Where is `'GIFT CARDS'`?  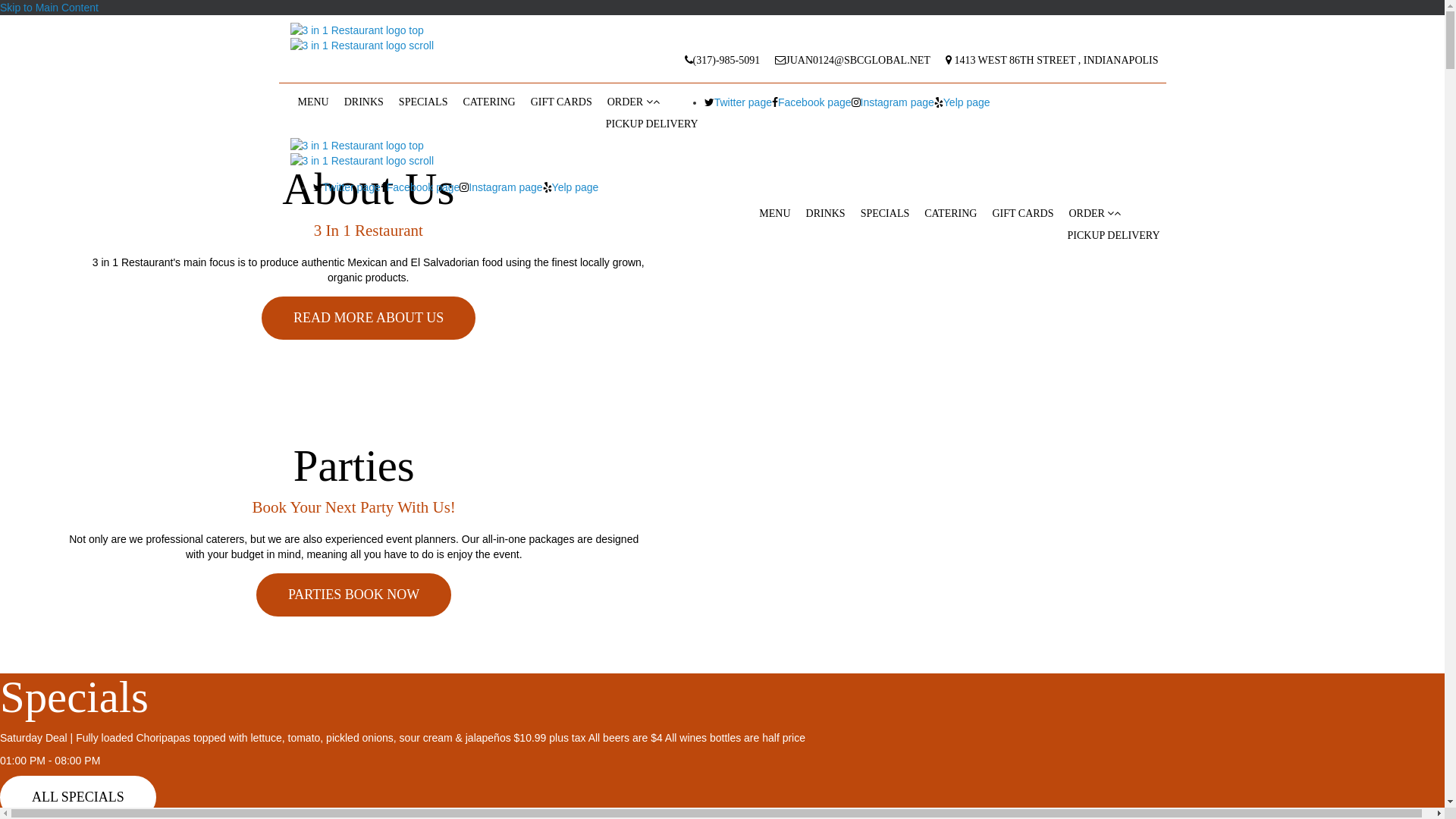
'GIFT CARDS' is located at coordinates (1022, 213).